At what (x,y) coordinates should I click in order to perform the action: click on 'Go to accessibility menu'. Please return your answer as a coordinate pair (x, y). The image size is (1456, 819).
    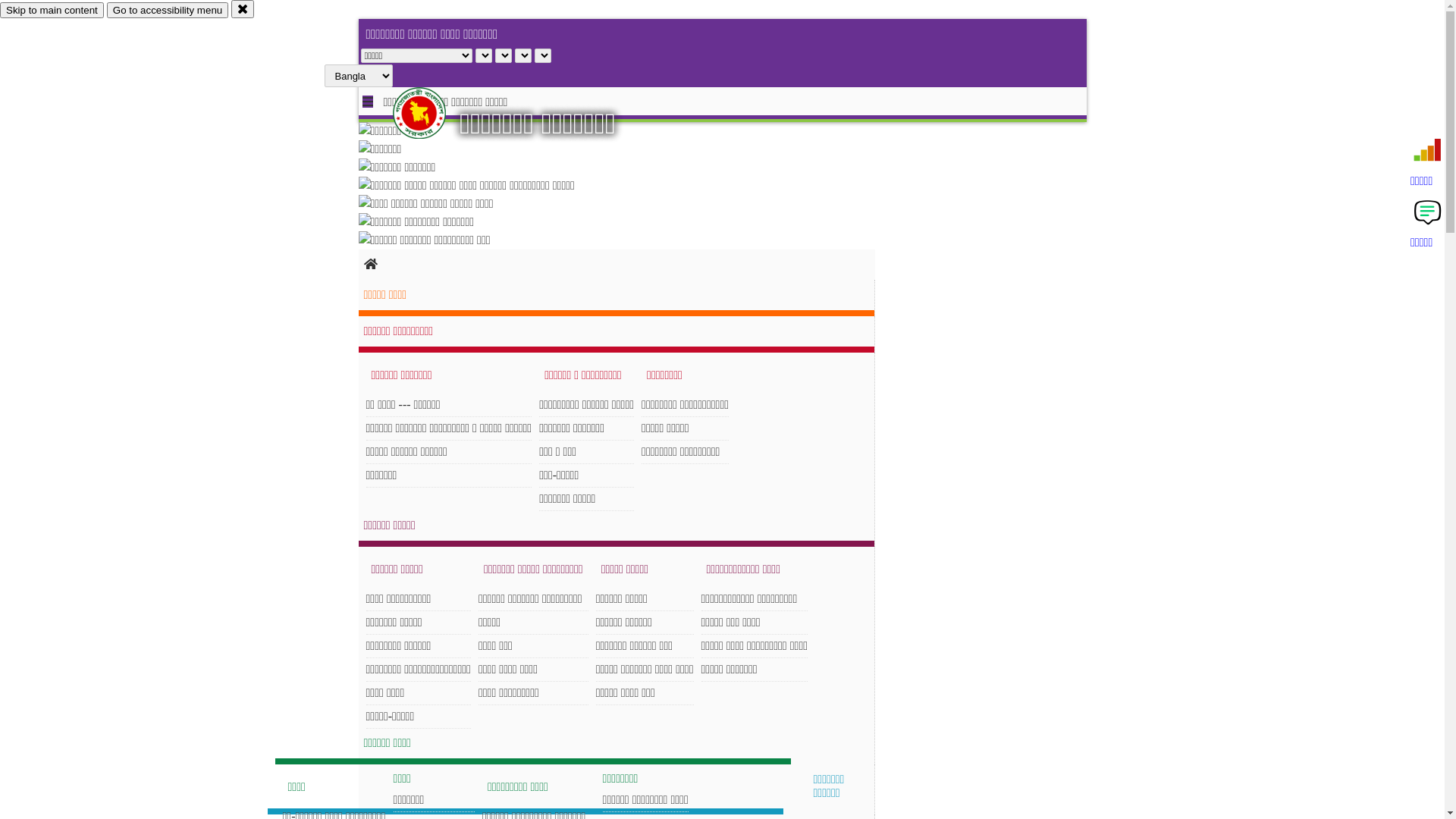
    Looking at the image, I should click on (167, 10).